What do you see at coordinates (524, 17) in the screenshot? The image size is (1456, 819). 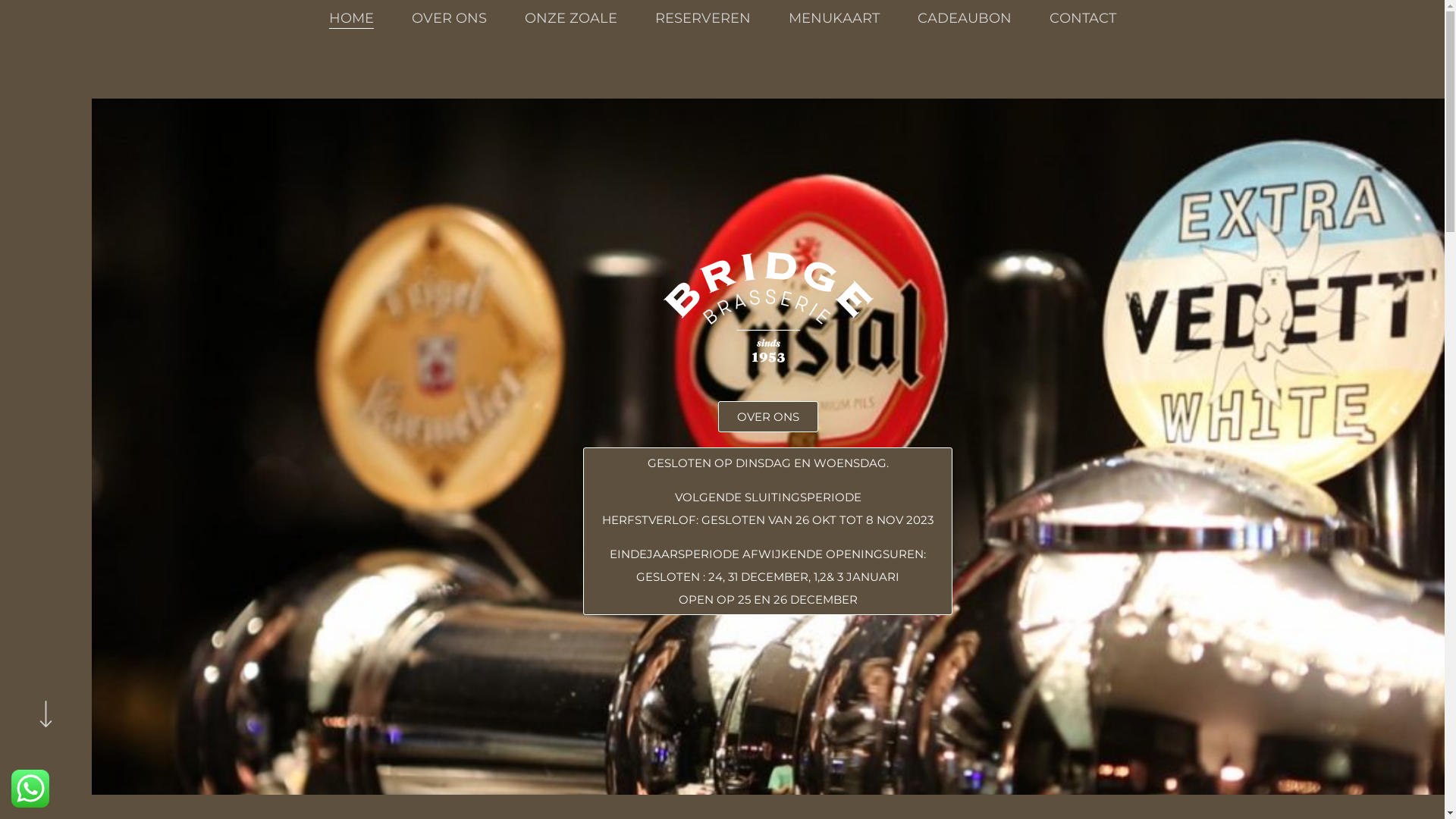 I see `'ONZE ZOALE'` at bounding box center [524, 17].